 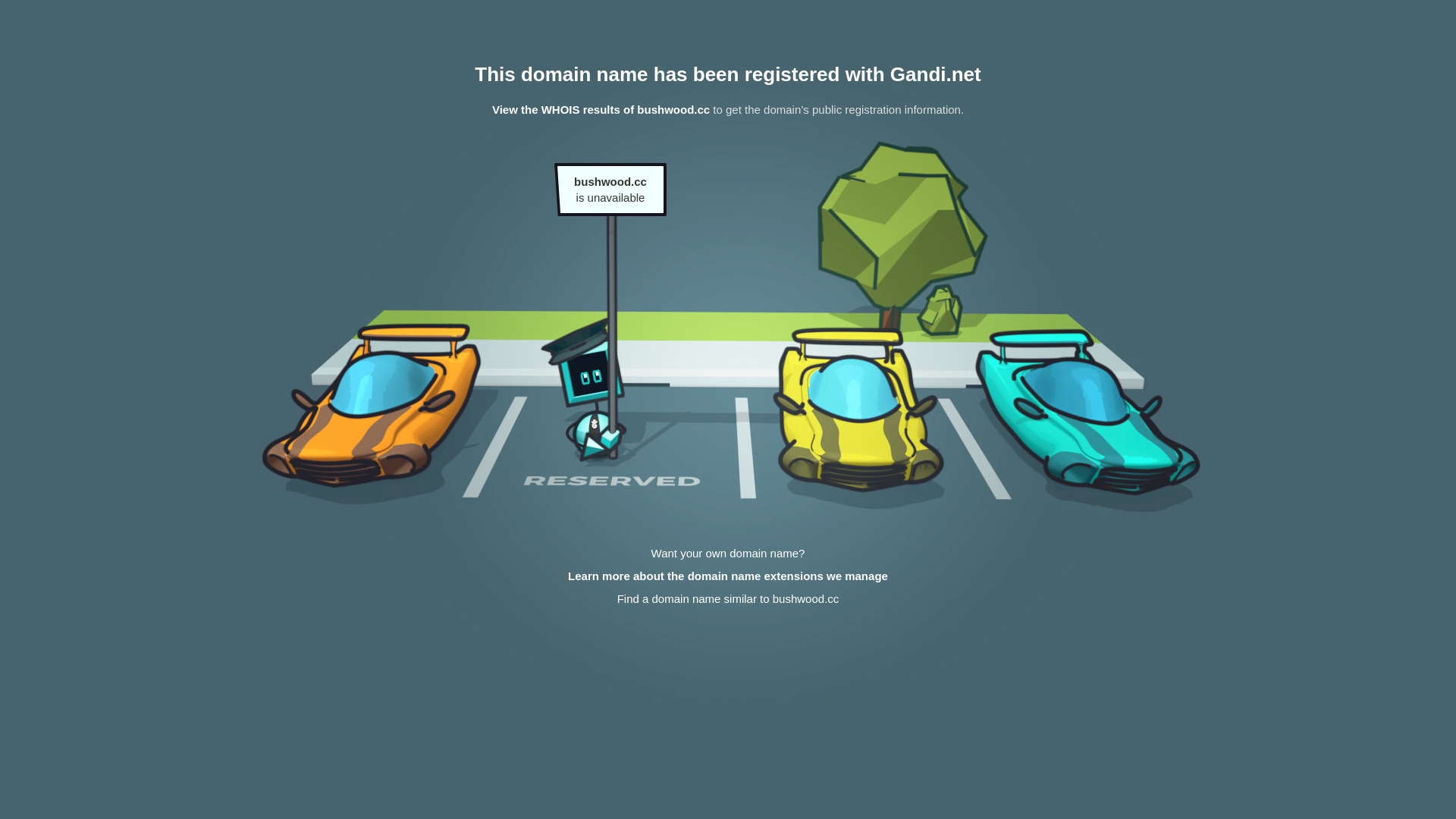 What do you see at coordinates (728, 576) in the screenshot?
I see `'Learn more about the domain name extensions we manage'` at bounding box center [728, 576].